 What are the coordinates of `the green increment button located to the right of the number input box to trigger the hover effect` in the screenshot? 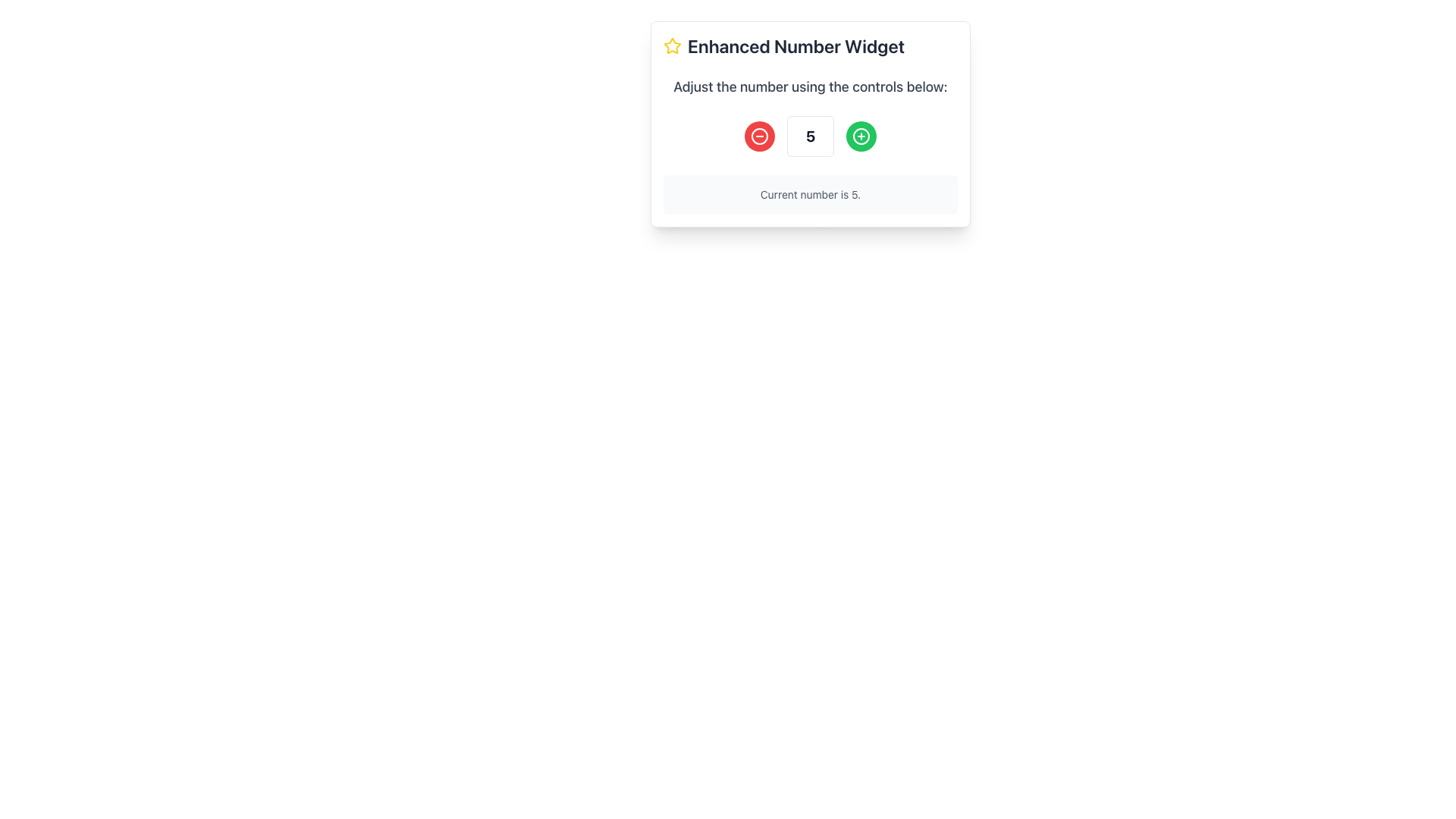 It's located at (861, 136).